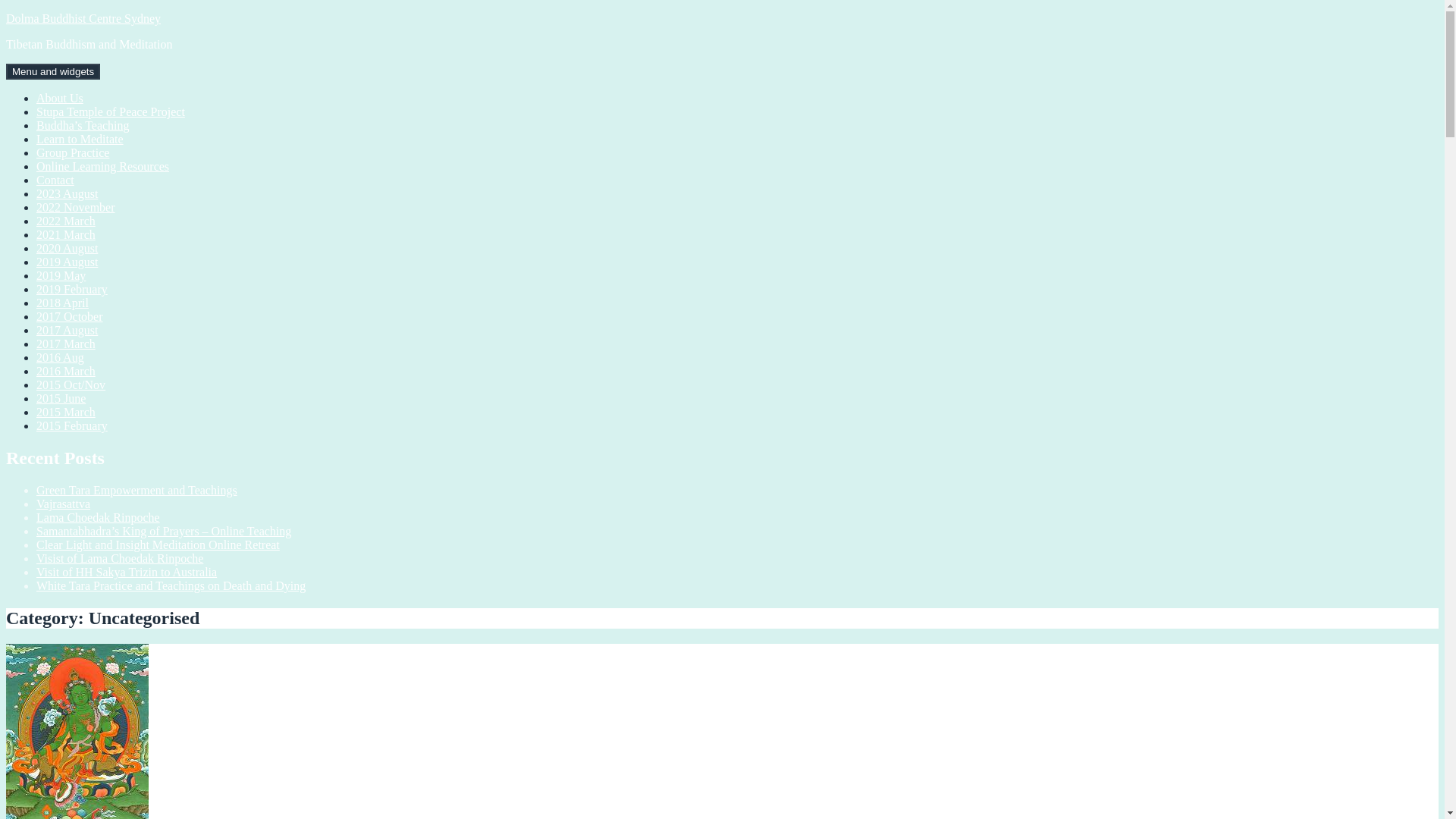 This screenshot has height=819, width=1456. I want to click on 'Skip to content', so click(5, 11).